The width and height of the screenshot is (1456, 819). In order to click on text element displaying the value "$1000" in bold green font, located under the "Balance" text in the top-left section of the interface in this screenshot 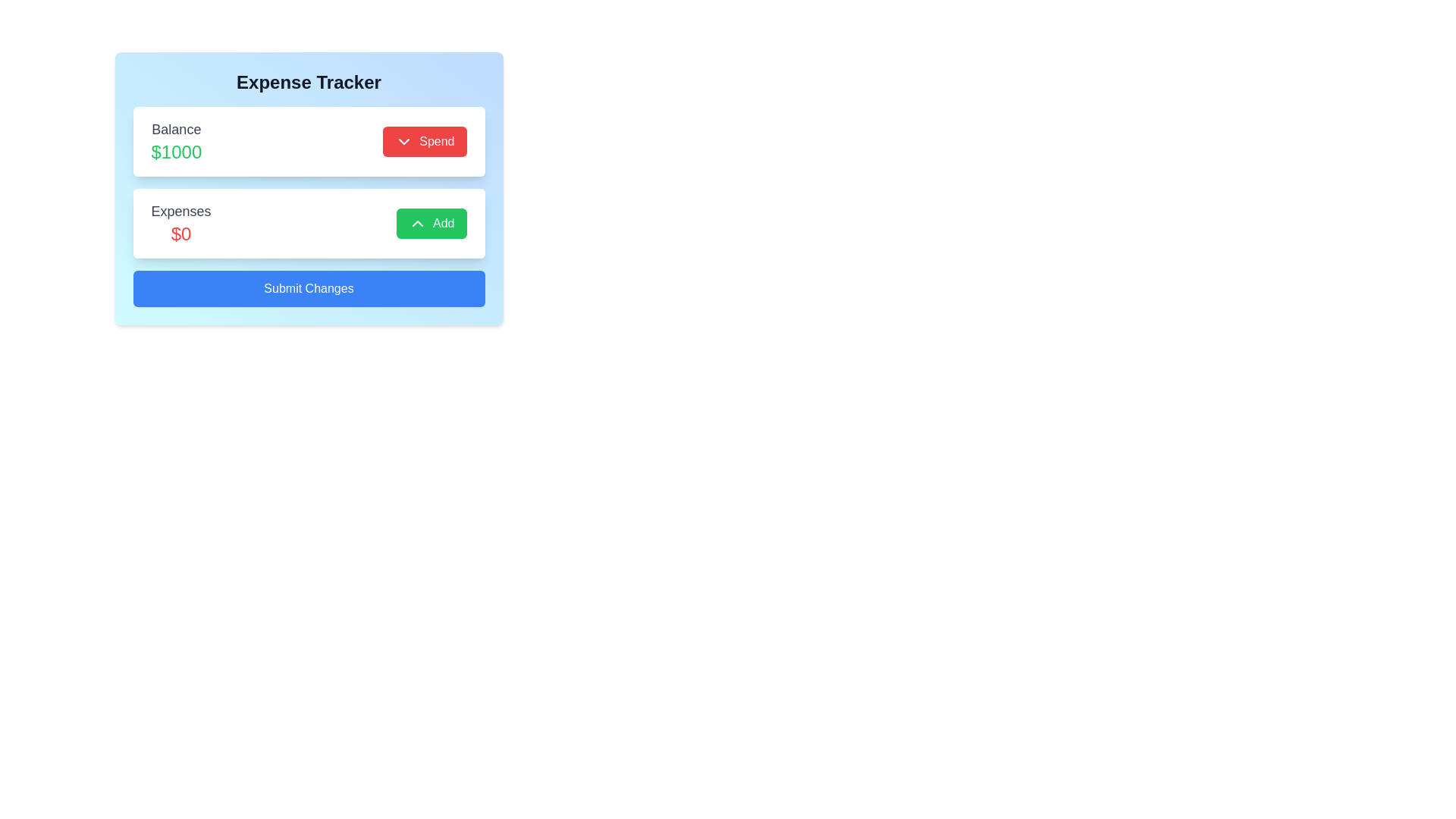, I will do `click(176, 152)`.